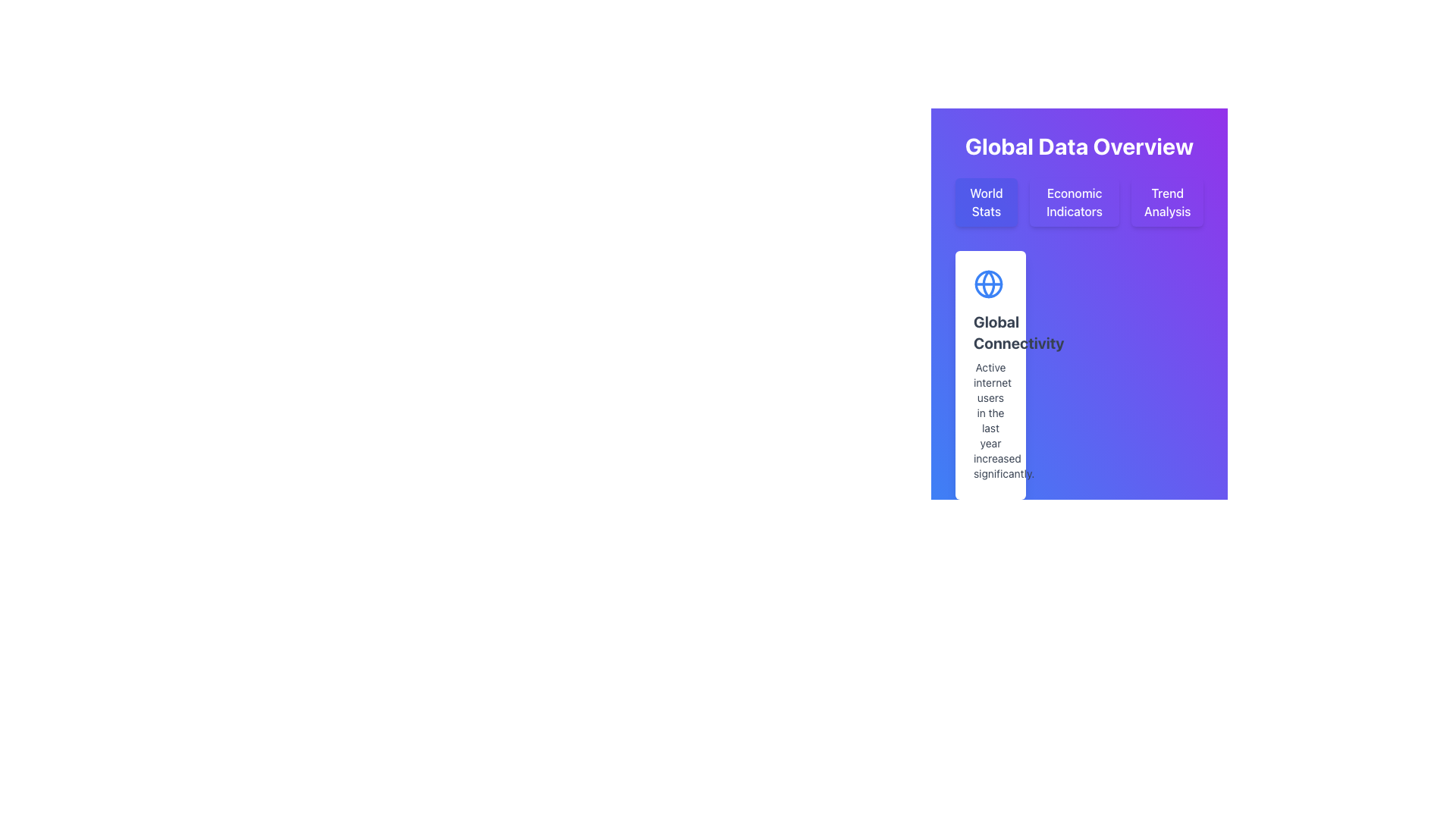 Image resolution: width=1456 pixels, height=819 pixels. What do you see at coordinates (989, 284) in the screenshot?
I see `the centrally positioned SVG circle graphic within the globe icon located in the white card layout beneath 'Global Data Overview' and associated with 'Global Connectivity'` at bounding box center [989, 284].